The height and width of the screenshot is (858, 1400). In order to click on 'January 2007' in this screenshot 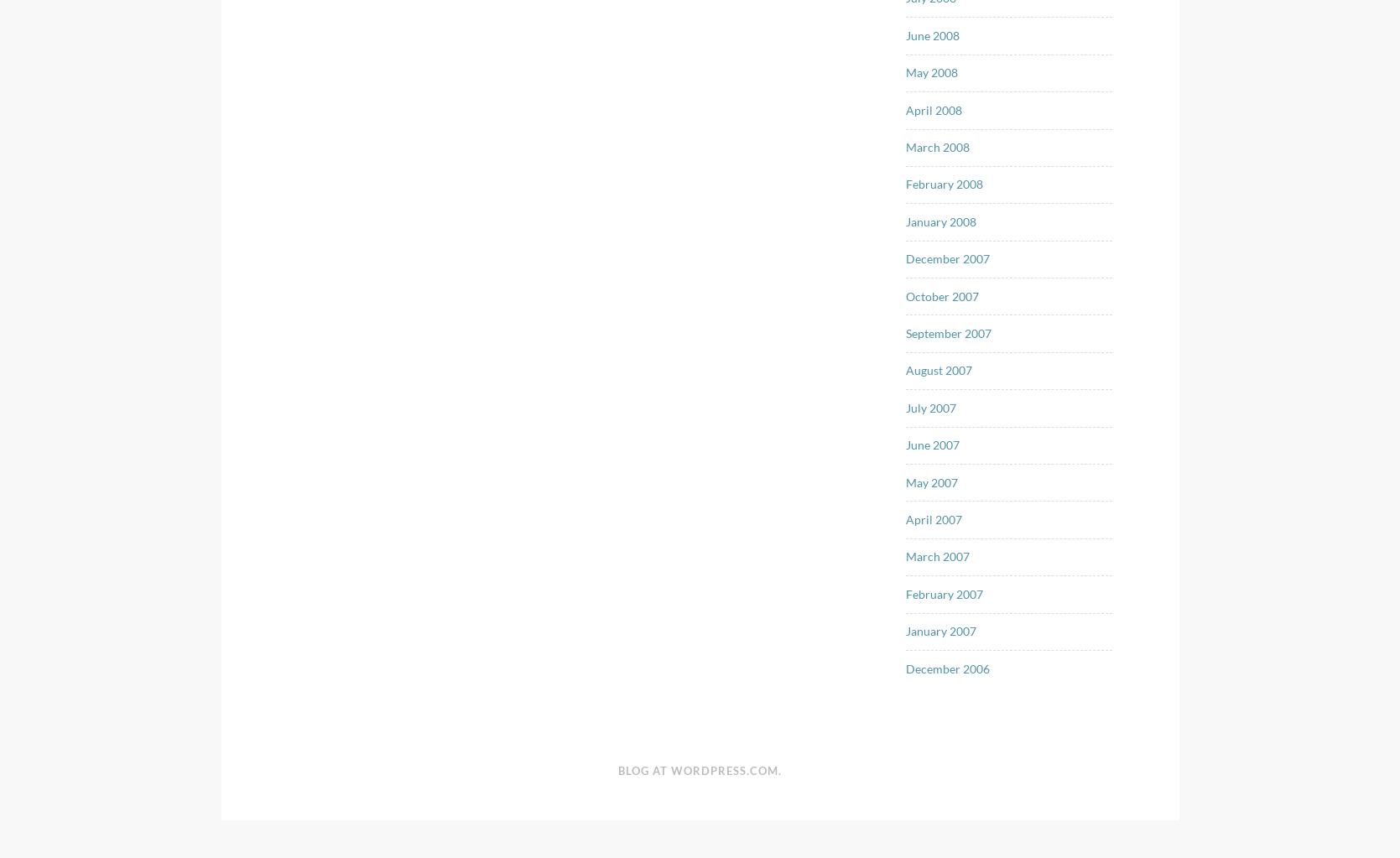, I will do `click(941, 630)`.